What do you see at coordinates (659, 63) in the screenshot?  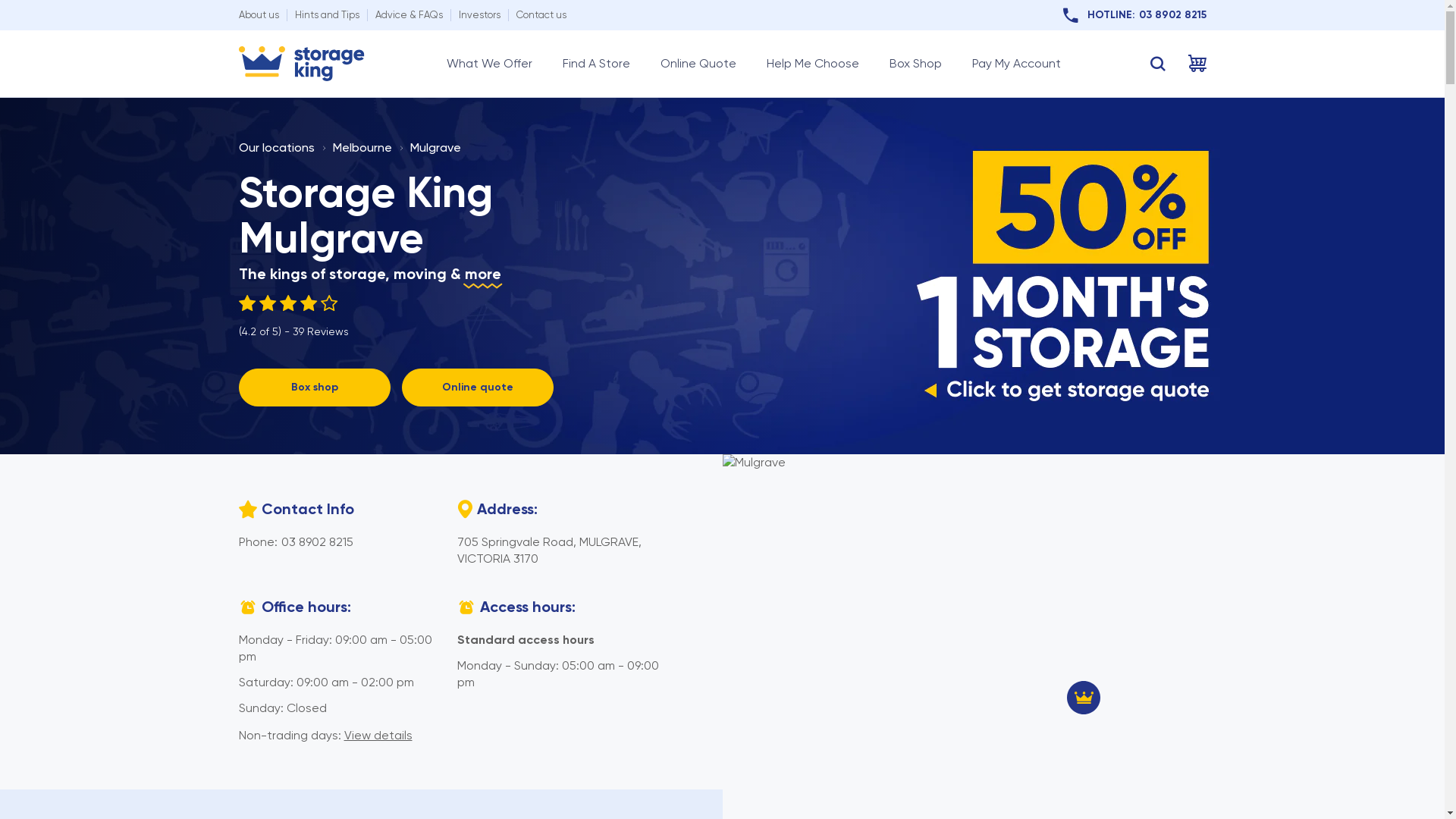 I see `'Online Quote'` at bounding box center [659, 63].